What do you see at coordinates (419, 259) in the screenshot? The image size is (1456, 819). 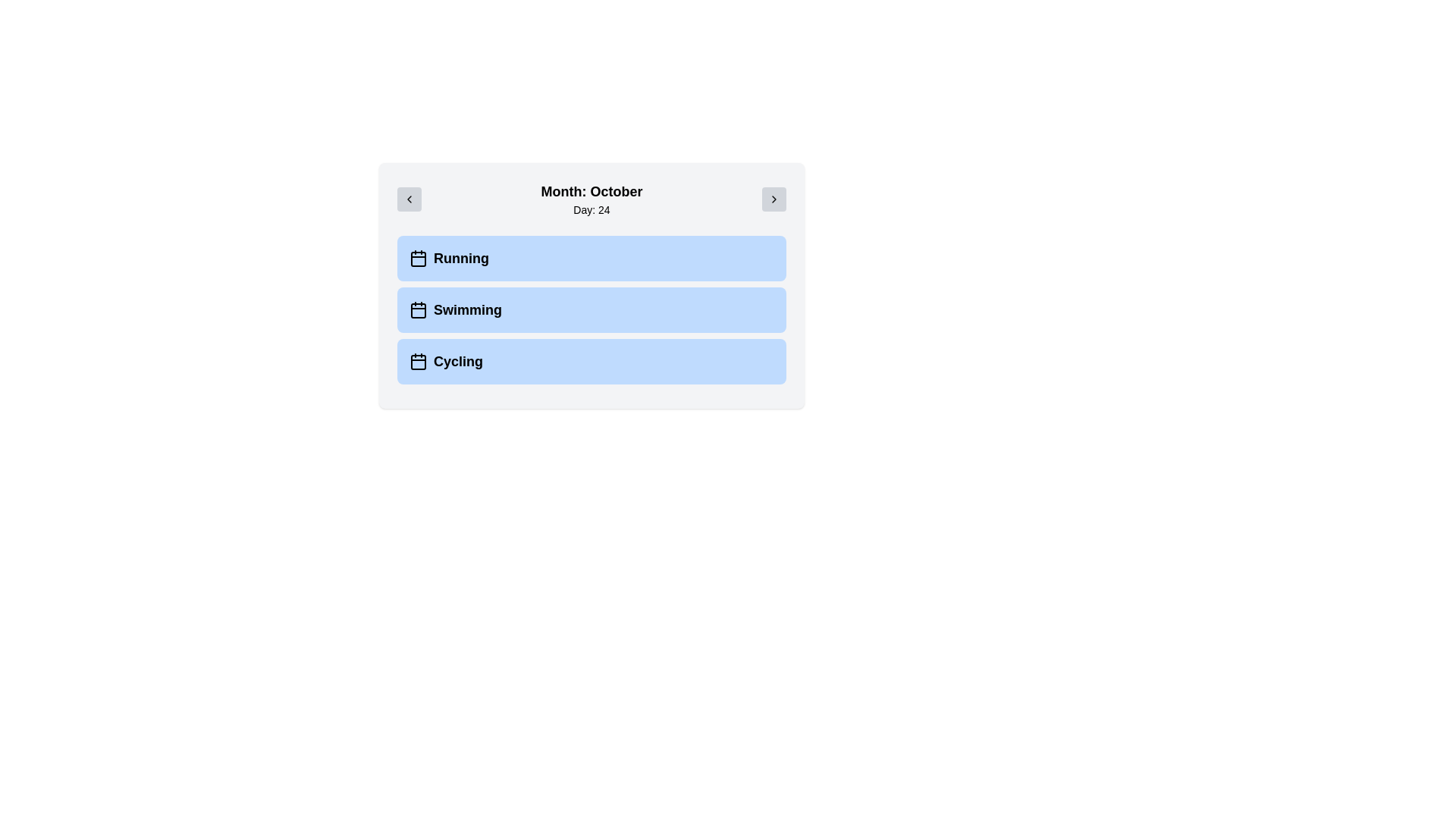 I see `the SVG rectangle that represents a day or event within the calendar icon by clicking on it to trigger related actions` at bounding box center [419, 259].